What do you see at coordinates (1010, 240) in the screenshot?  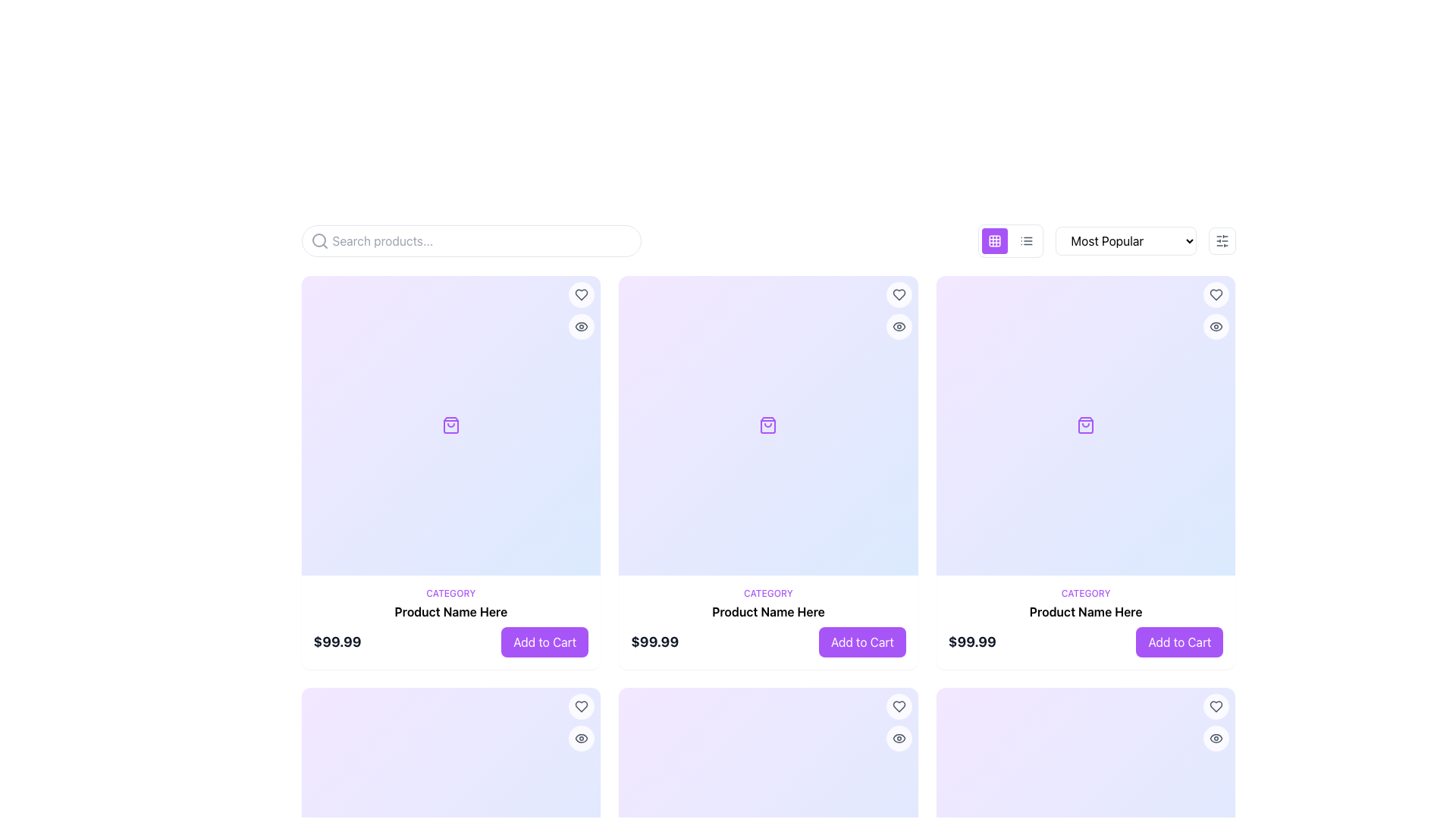 I see `the toggle button group located in the top-right section of the interface, which has a white background and contains a purple grid view button and a light gray list view button` at bounding box center [1010, 240].